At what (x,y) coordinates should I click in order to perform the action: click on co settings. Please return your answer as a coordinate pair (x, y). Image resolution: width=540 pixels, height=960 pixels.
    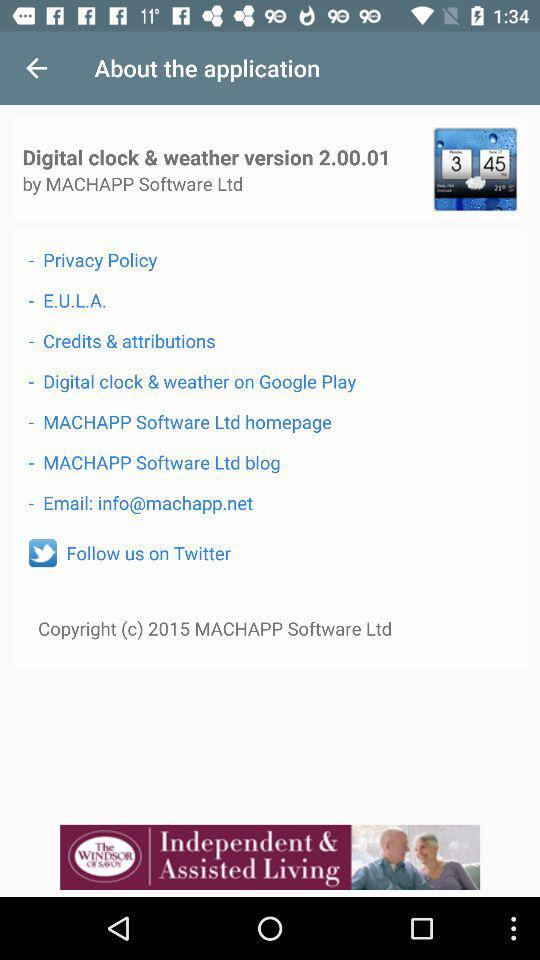
    Looking at the image, I should click on (474, 168).